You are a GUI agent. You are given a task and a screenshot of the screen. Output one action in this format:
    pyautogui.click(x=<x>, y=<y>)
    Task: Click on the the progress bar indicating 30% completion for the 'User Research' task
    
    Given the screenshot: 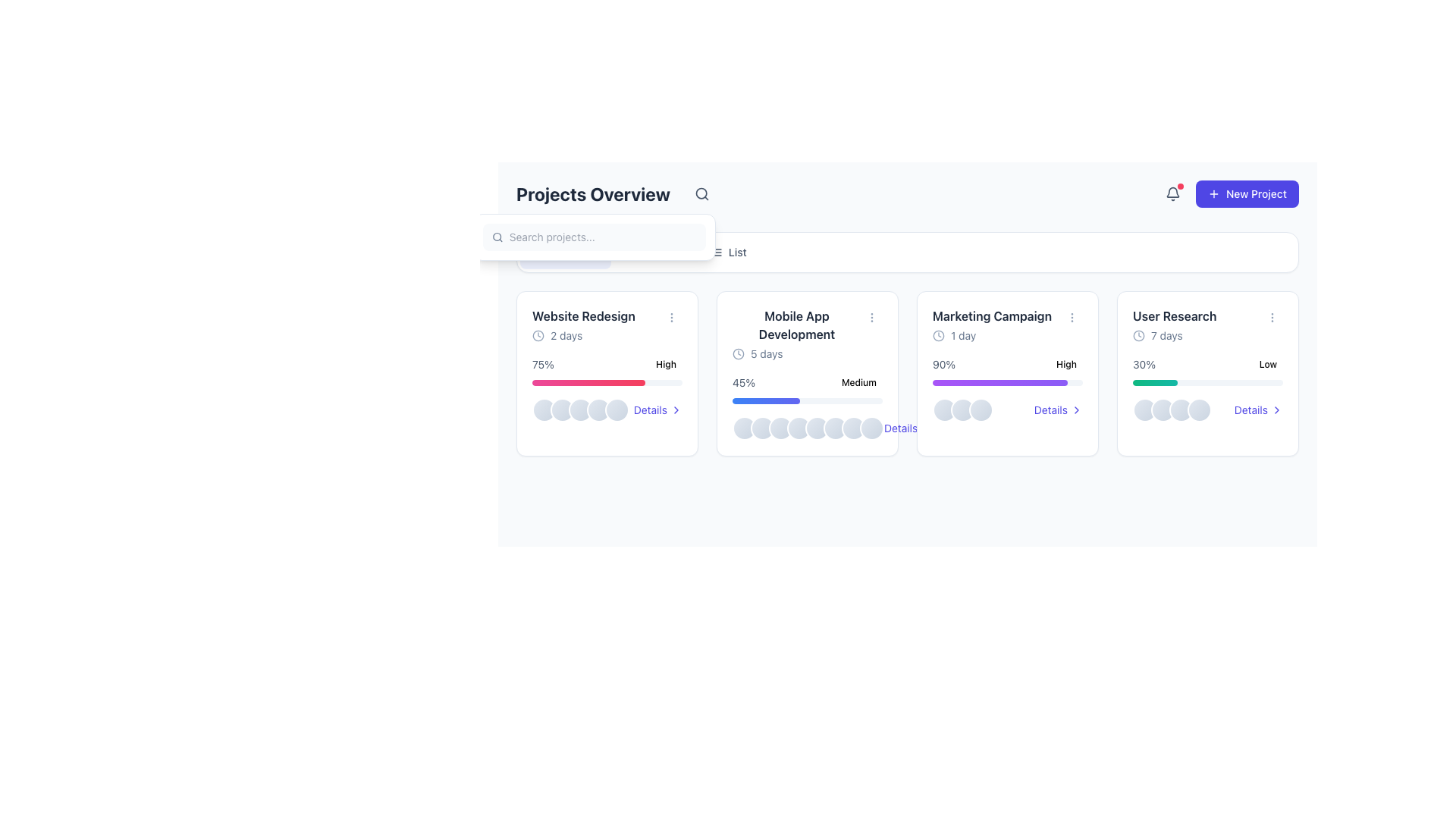 What is the action you would take?
    pyautogui.click(x=1154, y=382)
    